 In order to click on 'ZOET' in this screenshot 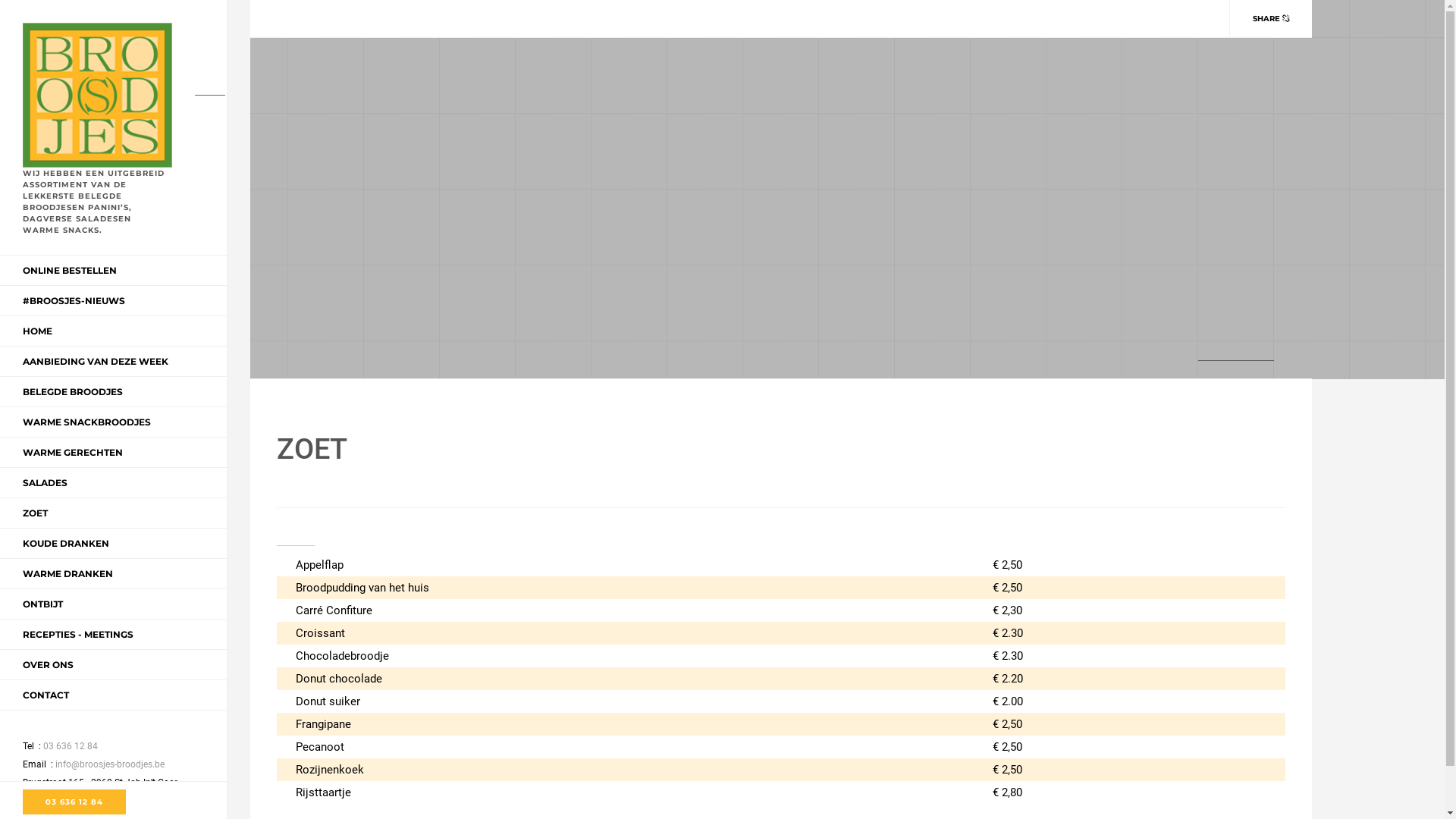, I will do `click(35, 512)`.